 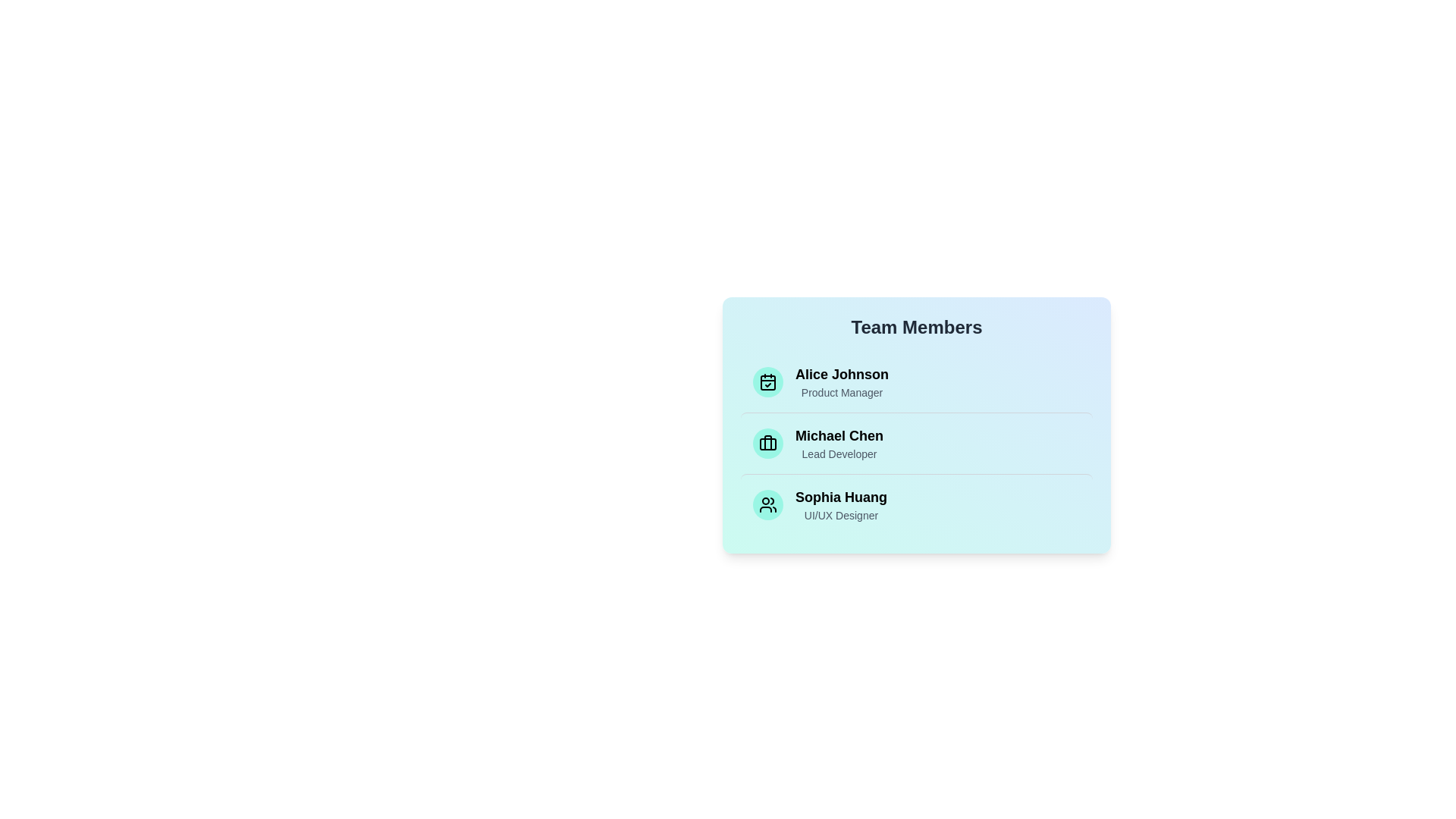 I want to click on the team member Sophia Huang to view their details, so click(x=916, y=504).